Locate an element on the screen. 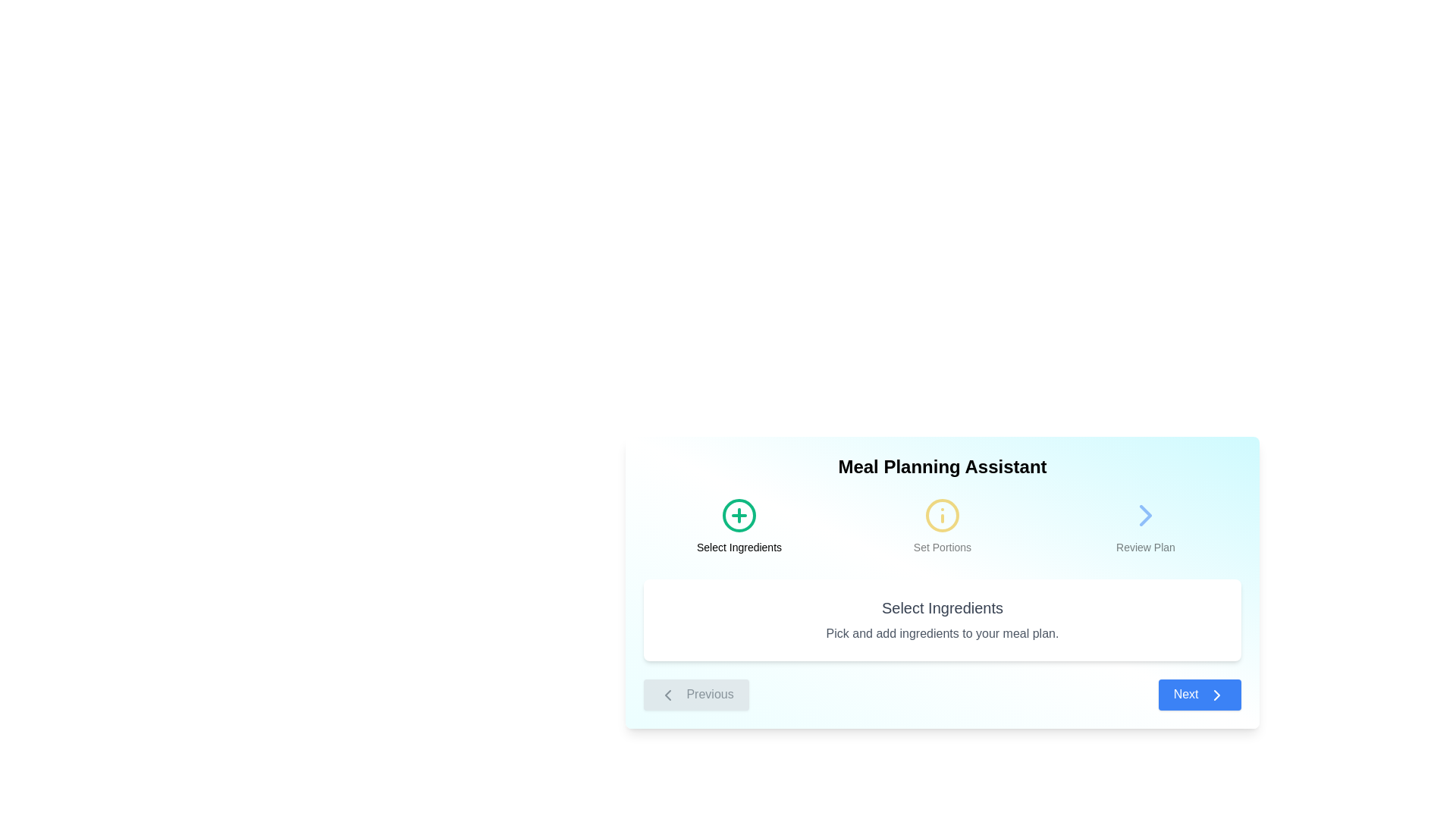  the Text label that serves as a heading for the ingredient selection section, which is located in the bottom section of the interface, above the smaller text about adding ingredients is located at coordinates (942, 607).